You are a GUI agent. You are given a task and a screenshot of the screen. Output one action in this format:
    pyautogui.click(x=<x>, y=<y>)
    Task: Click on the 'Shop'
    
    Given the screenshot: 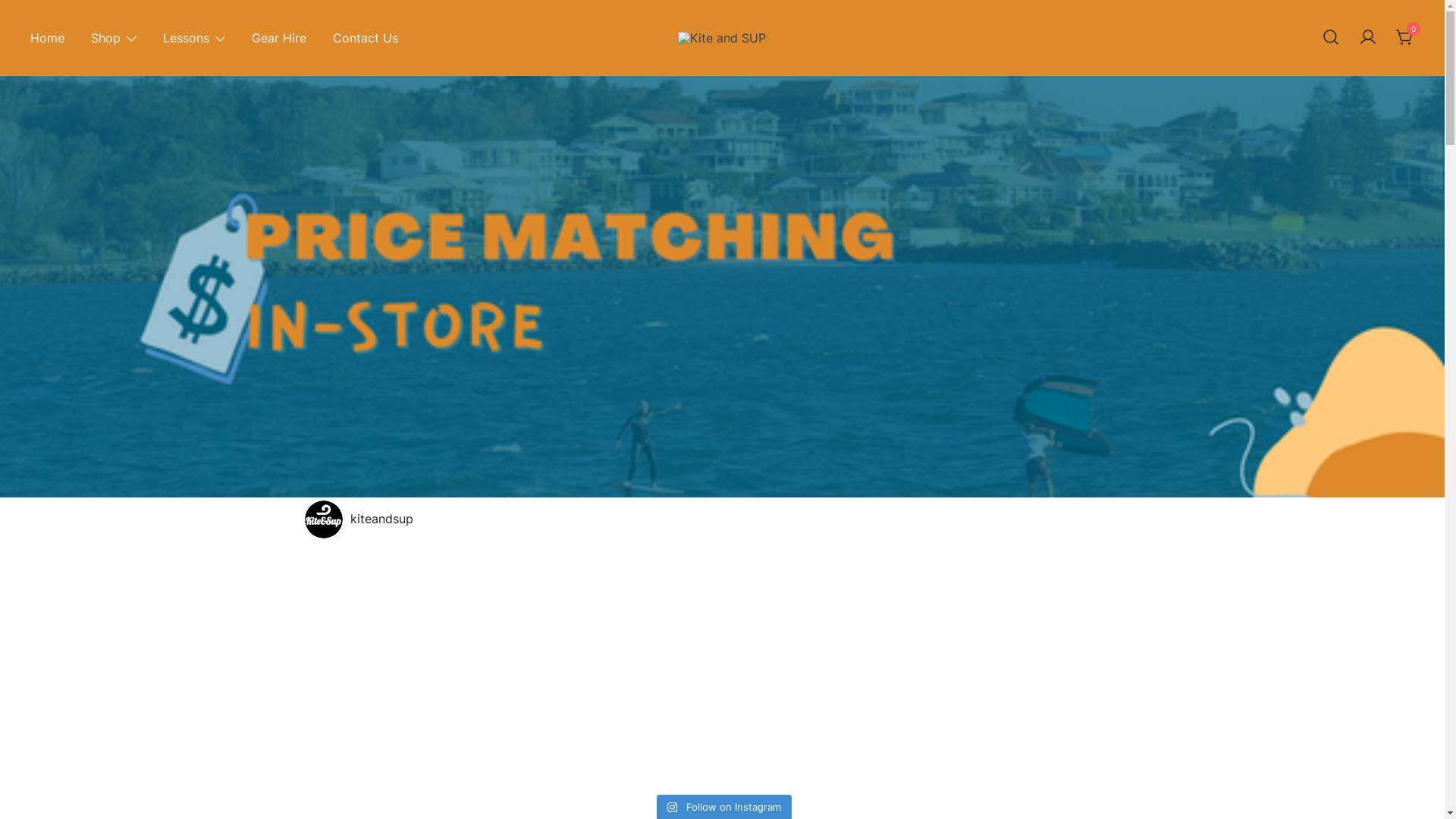 What is the action you would take?
    pyautogui.click(x=105, y=37)
    